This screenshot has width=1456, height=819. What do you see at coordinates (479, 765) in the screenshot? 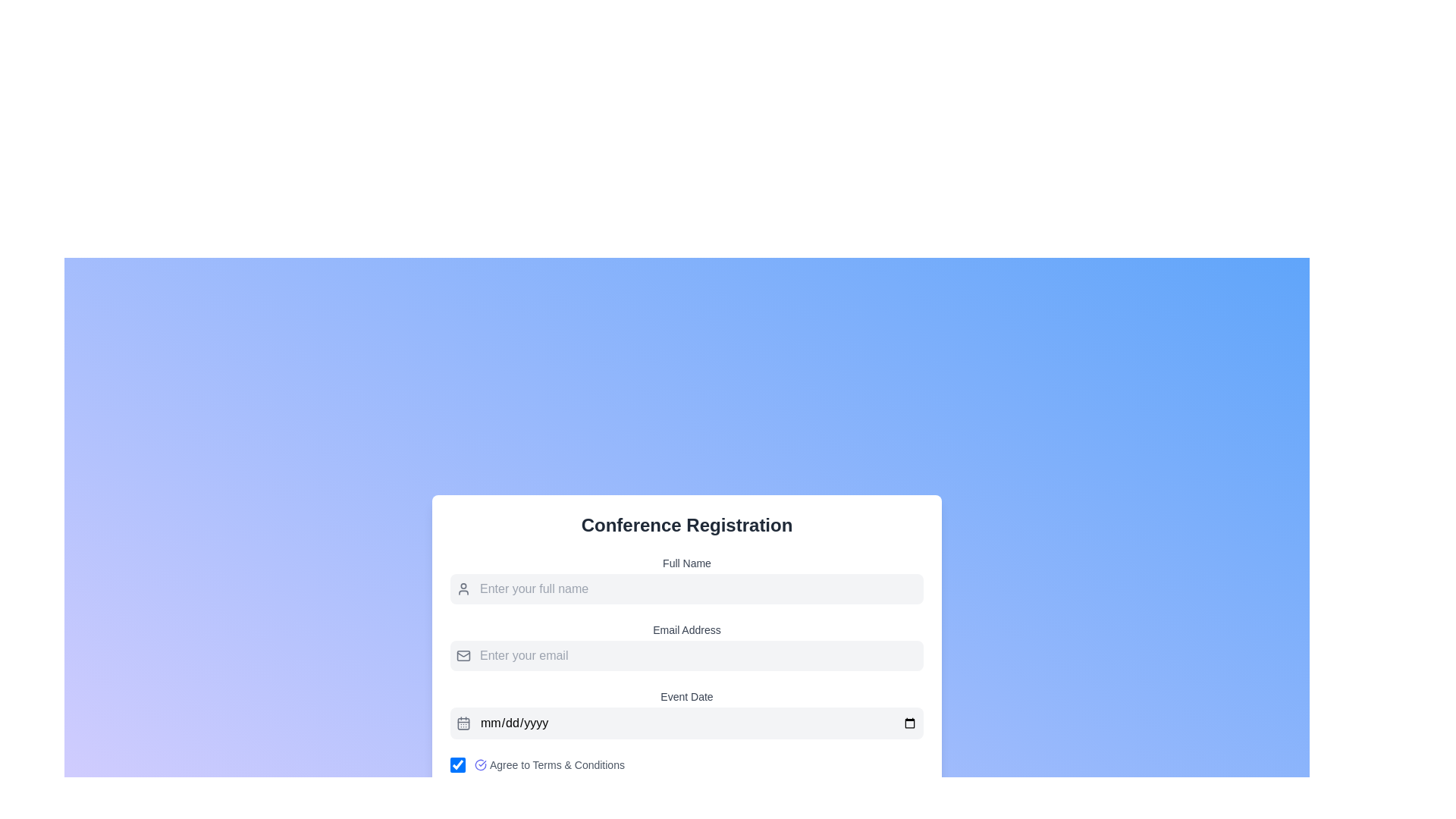
I see `the circular indigo icon with a checkmark that is located to the left of the 'Agree to Terms & Conditions' text` at bounding box center [479, 765].